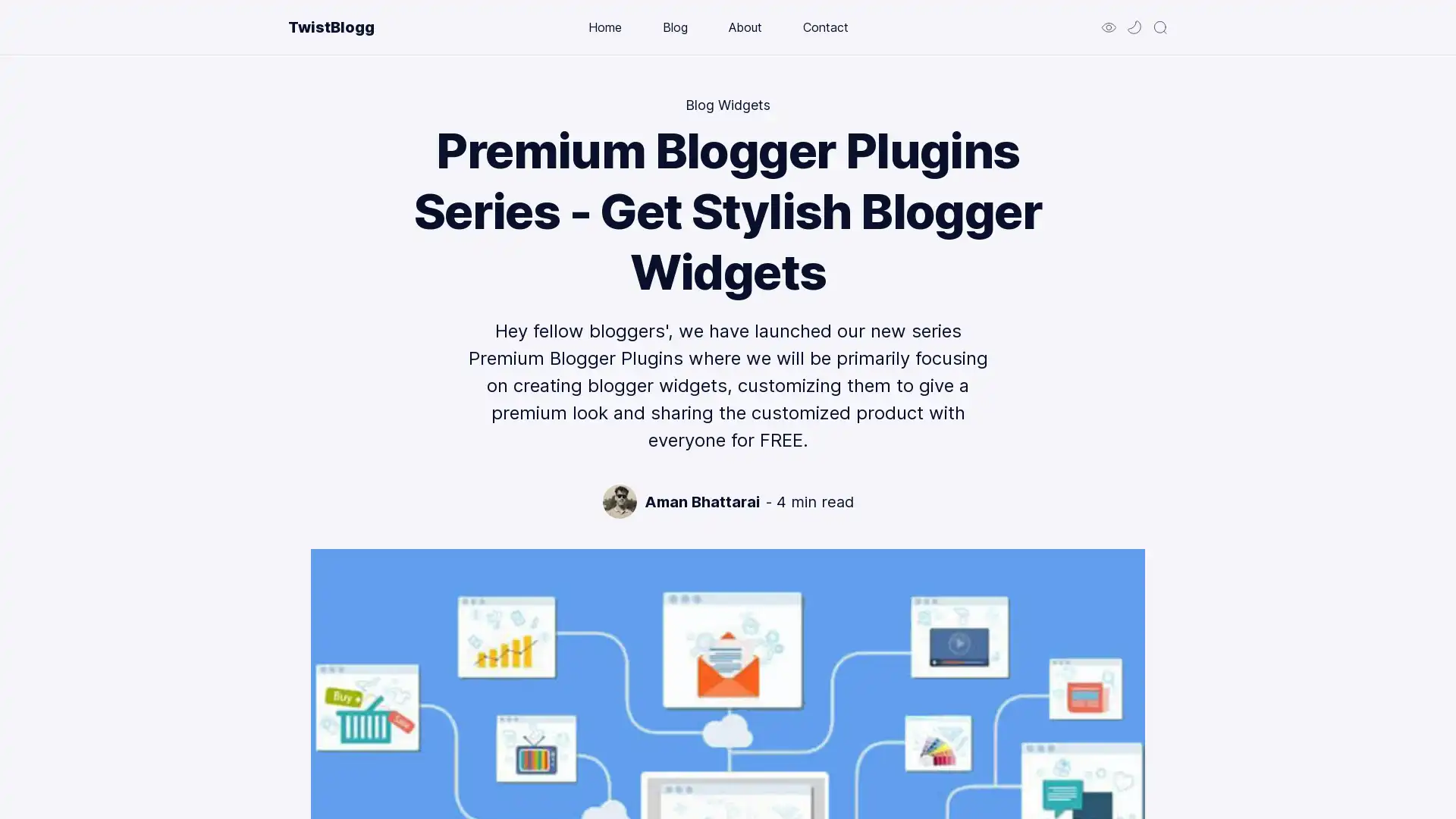  I want to click on Dark, so click(1134, 27).